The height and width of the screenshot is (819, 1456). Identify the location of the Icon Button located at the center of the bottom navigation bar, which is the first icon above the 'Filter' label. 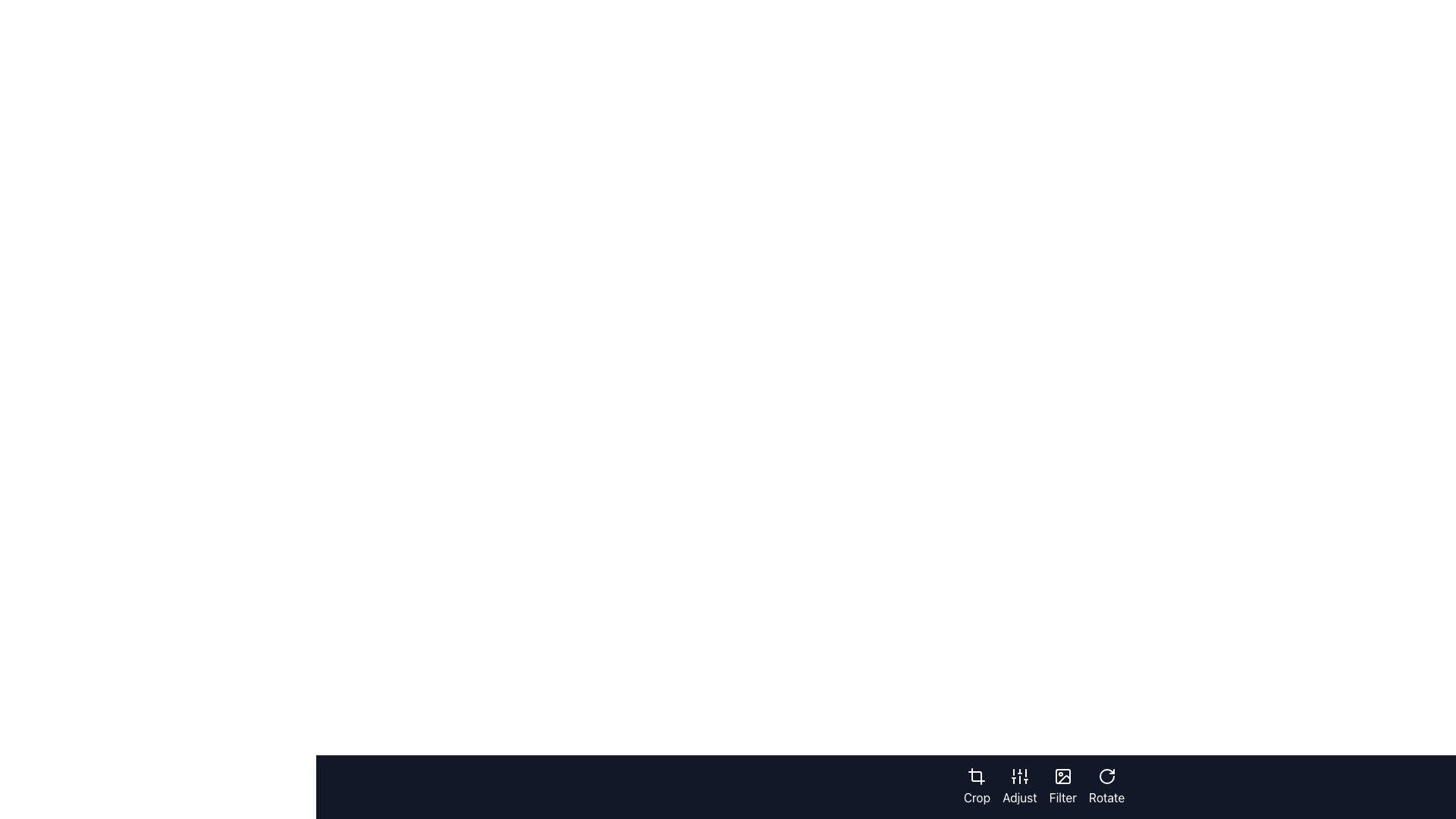
(1062, 776).